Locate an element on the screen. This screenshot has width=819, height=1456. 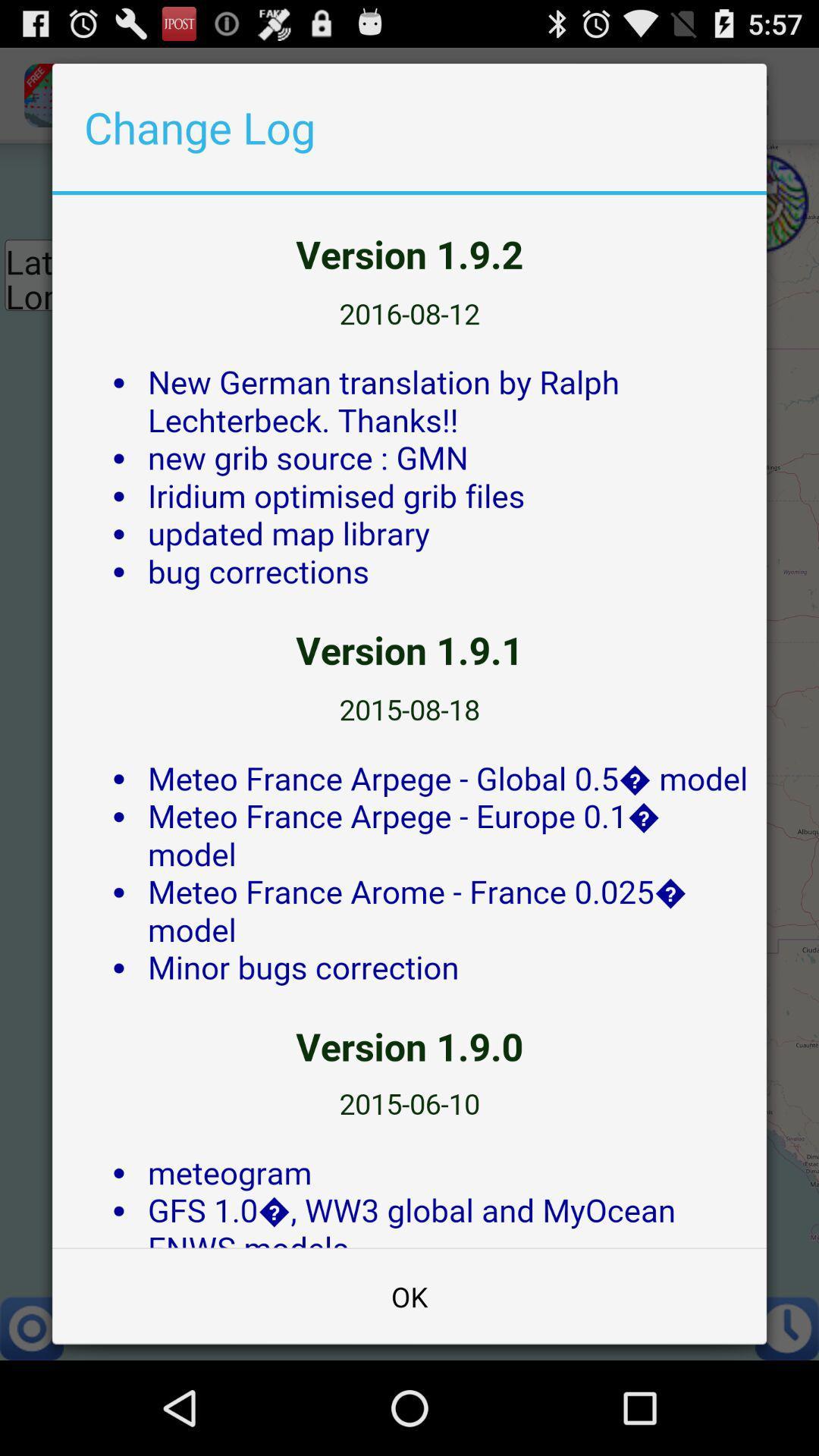
about phone is located at coordinates (409, 720).